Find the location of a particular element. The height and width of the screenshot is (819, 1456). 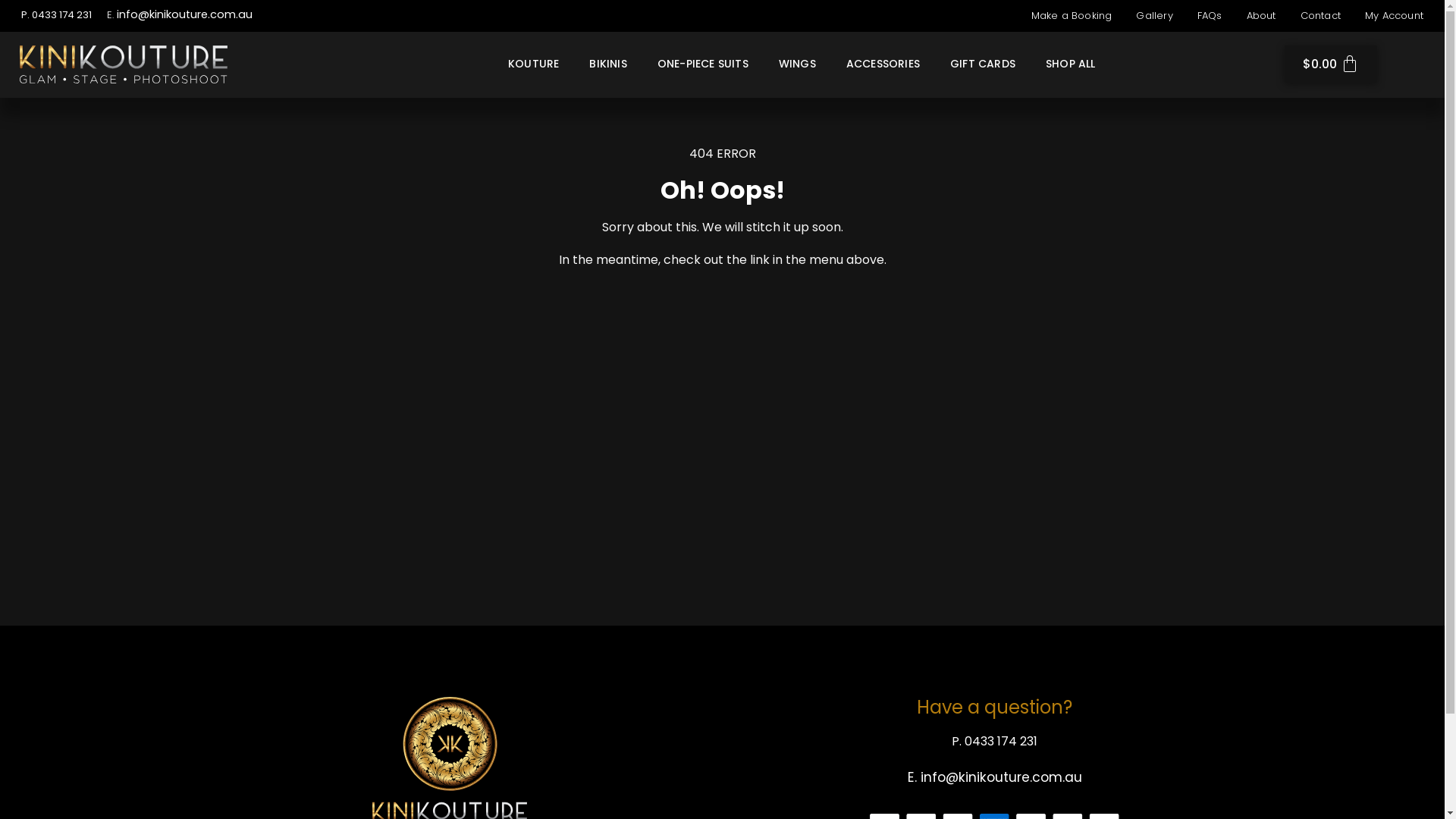

'My Account' is located at coordinates (1394, 15).